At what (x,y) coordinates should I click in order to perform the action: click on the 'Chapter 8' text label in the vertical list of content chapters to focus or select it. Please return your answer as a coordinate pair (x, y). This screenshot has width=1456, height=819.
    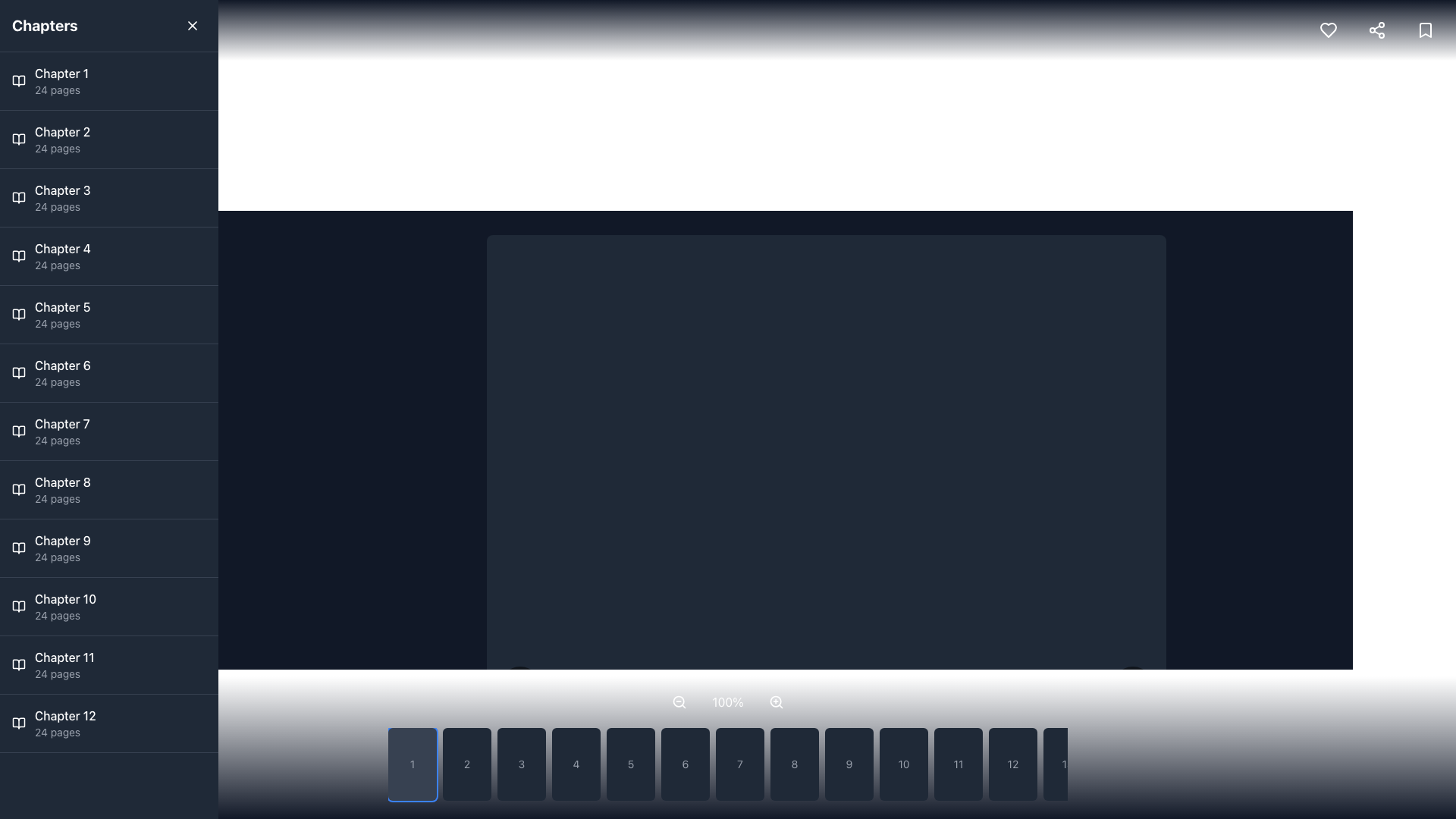
    Looking at the image, I should click on (61, 482).